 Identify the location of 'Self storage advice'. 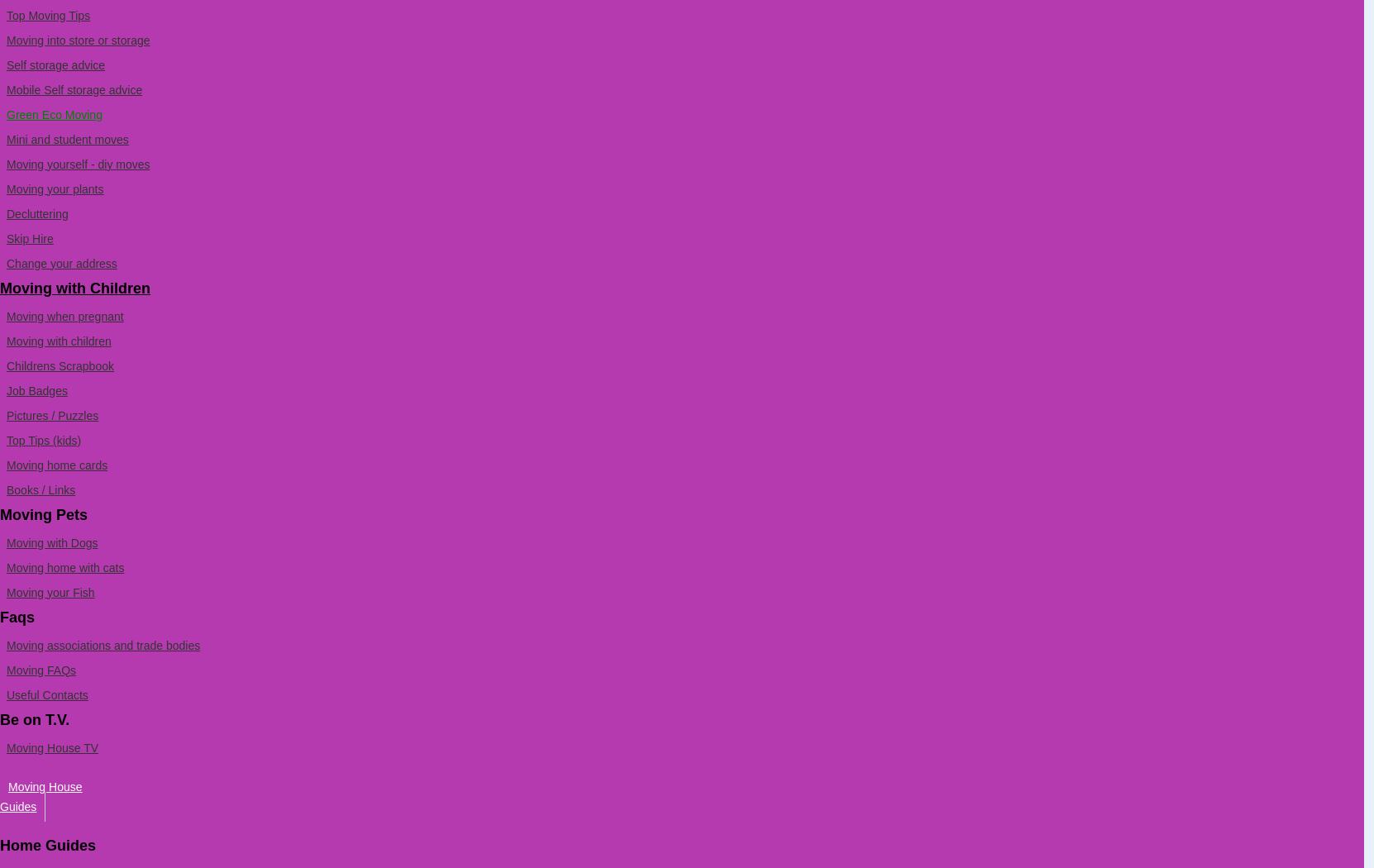
(55, 64).